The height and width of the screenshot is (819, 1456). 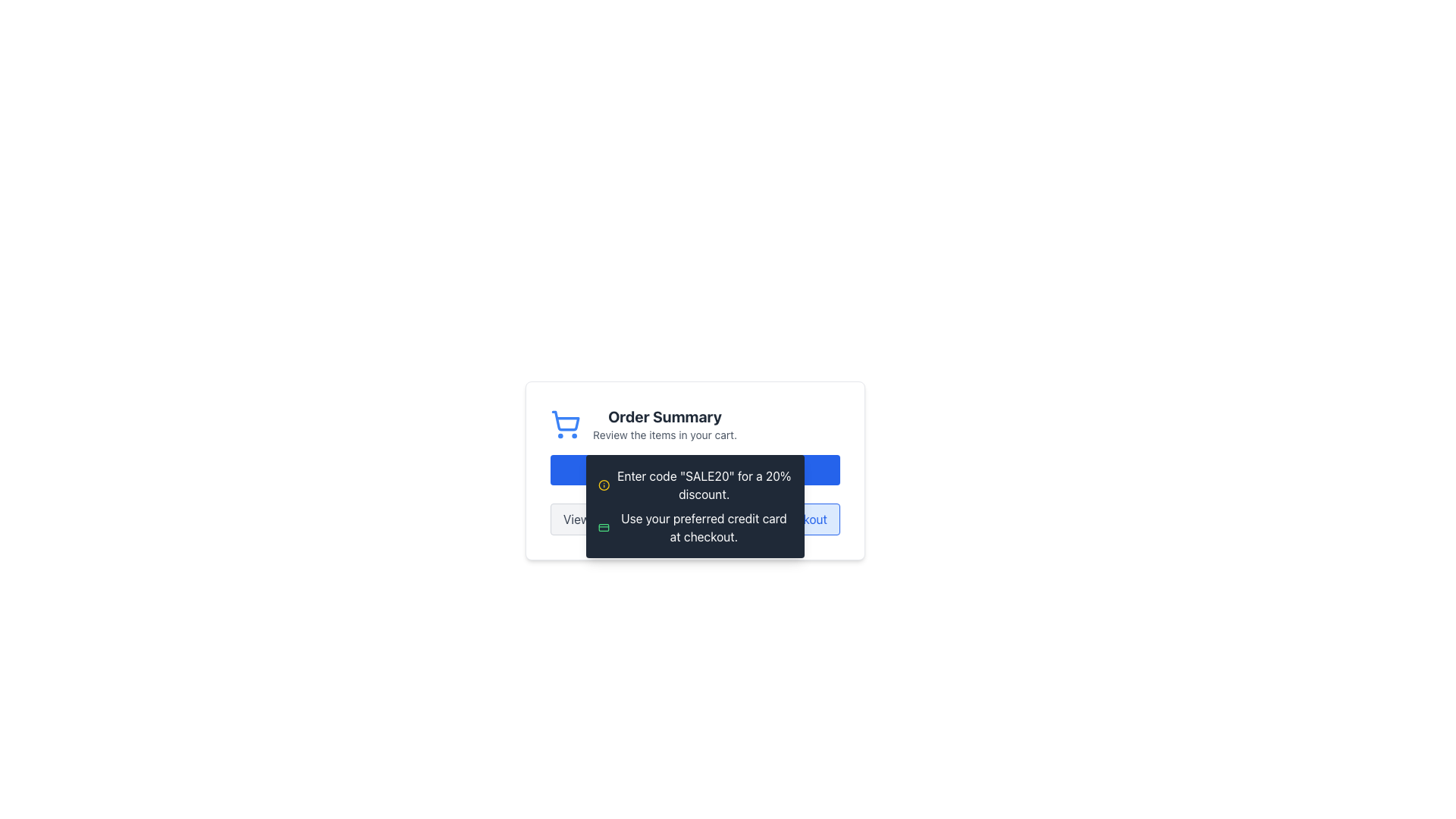 What do you see at coordinates (564, 424) in the screenshot?
I see `the blue shopping cart icon located to the left of the 'Order Summary' label` at bounding box center [564, 424].